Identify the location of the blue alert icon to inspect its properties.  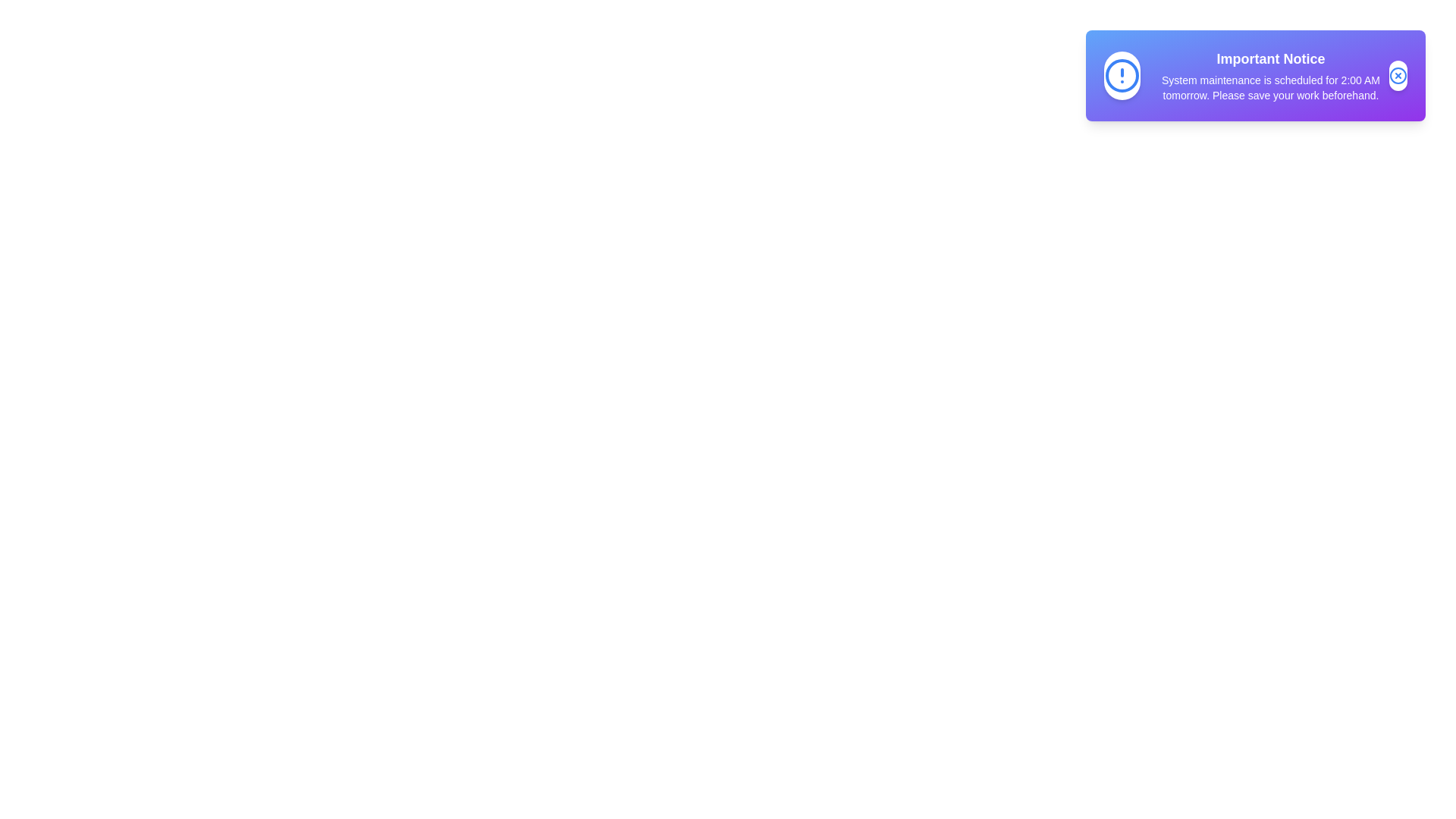
(1122, 76).